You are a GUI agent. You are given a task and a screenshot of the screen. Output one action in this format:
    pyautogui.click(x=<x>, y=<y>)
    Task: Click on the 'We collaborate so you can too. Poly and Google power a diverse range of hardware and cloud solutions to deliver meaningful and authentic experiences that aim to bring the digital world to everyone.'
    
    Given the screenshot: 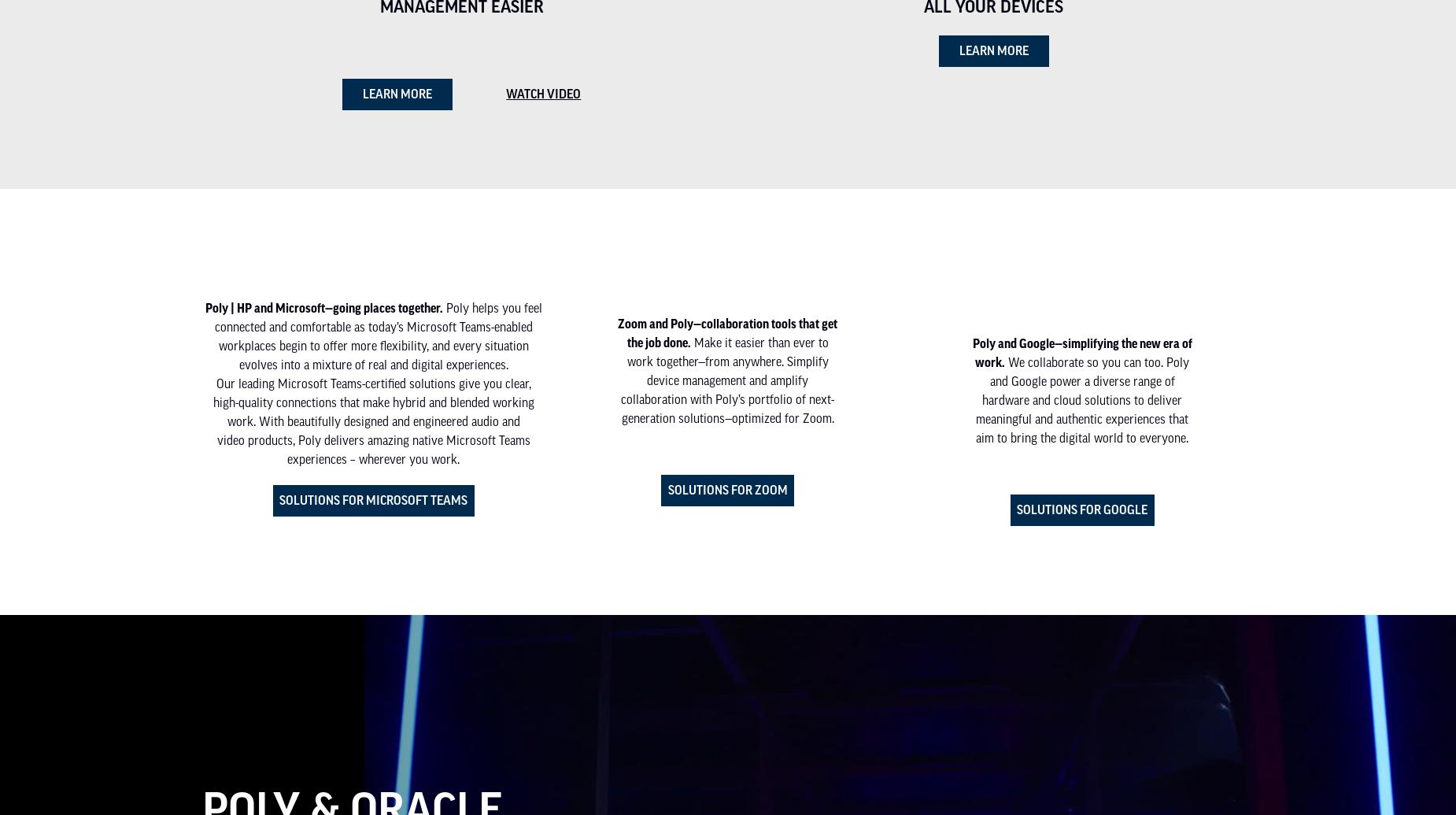 What is the action you would take?
    pyautogui.click(x=975, y=399)
    